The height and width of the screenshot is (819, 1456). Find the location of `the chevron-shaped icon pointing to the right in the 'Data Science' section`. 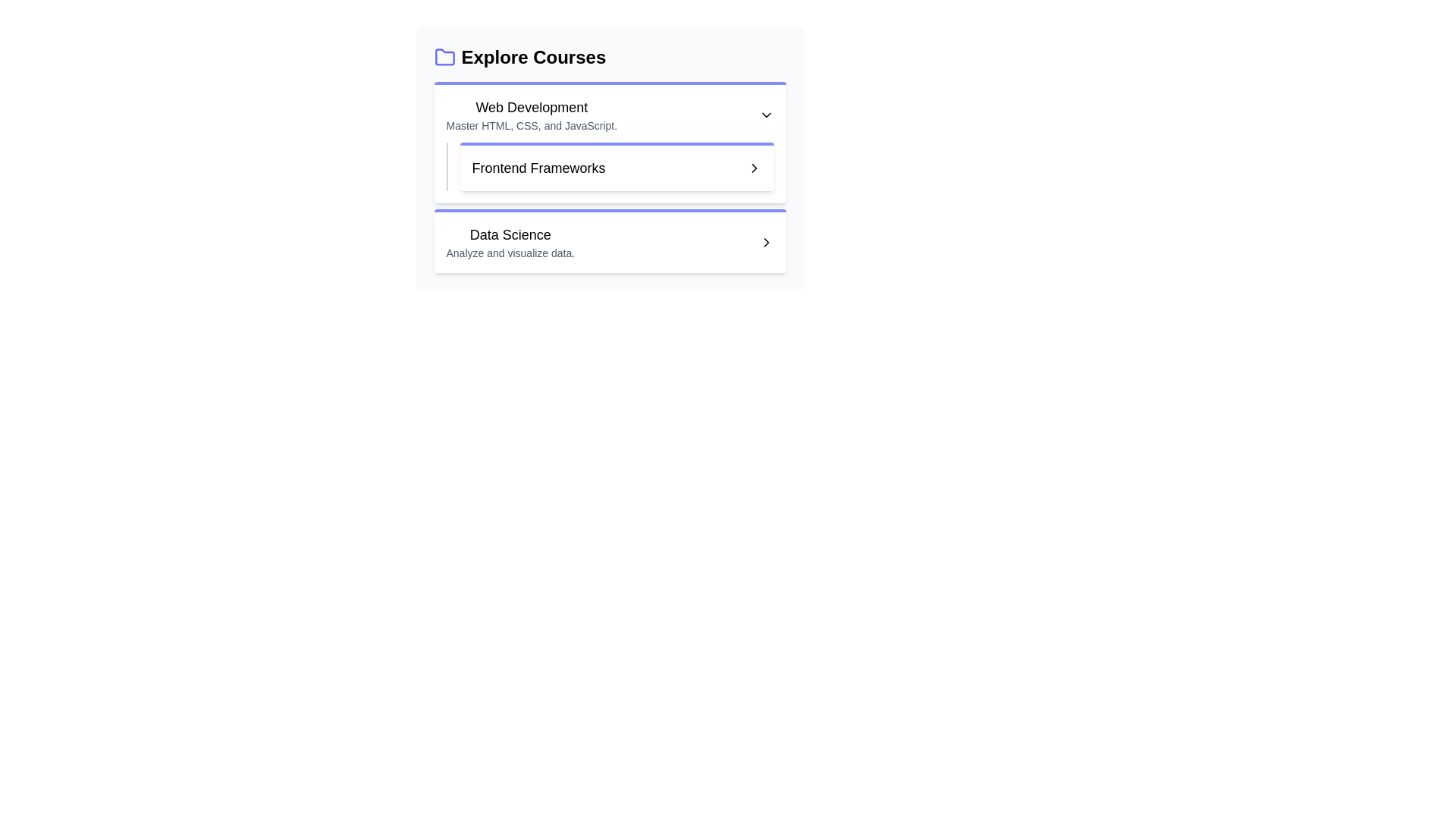

the chevron-shaped icon pointing to the right in the 'Data Science' section is located at coordinates (766, 242).